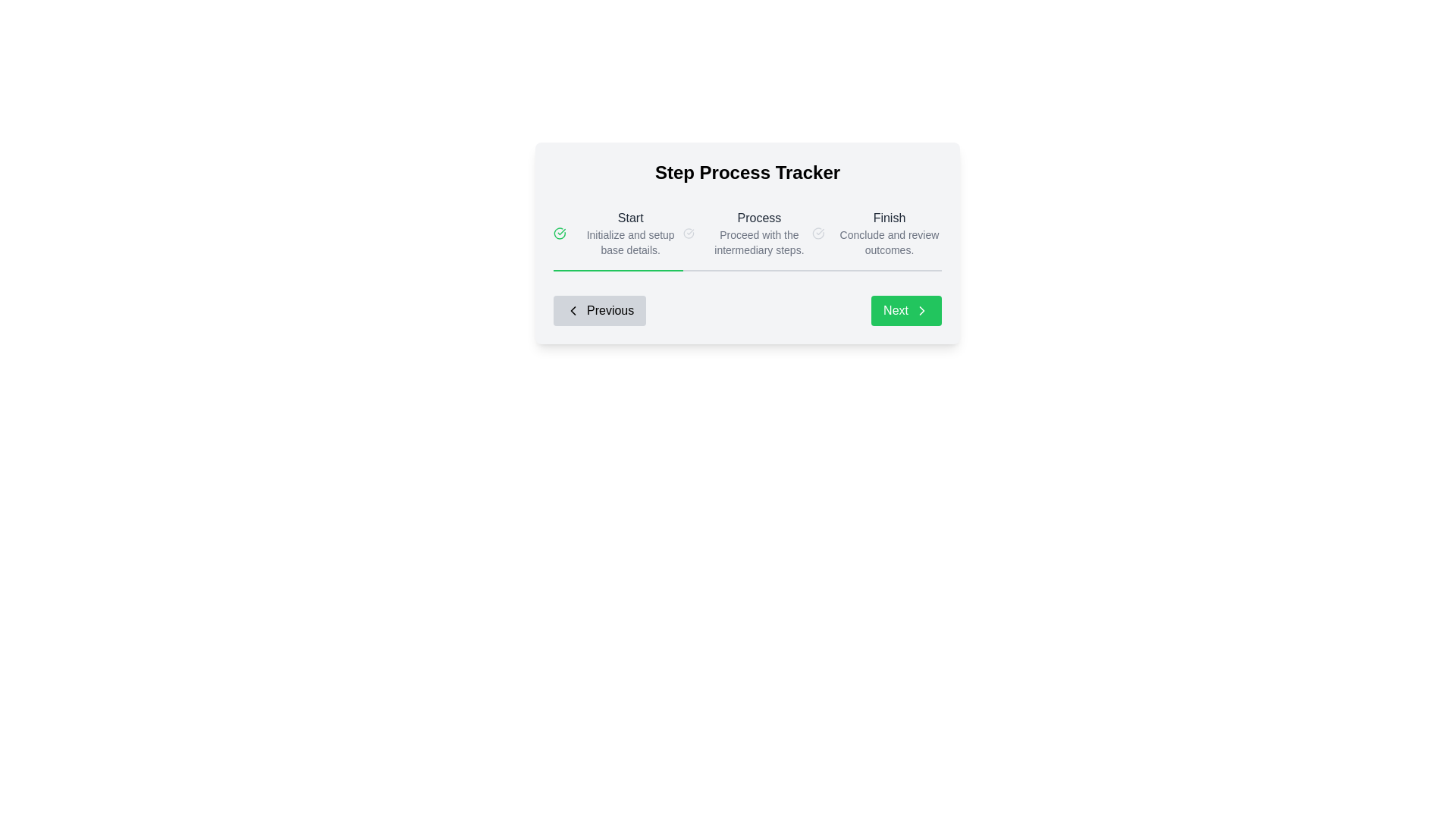  Describe the element at coordinates (630, 242) in the screenshot. I see `informational text label located directly below the 'Start' title in the 'Step Process Tracker' component, which provides a description of the 'Start' step` at that location.